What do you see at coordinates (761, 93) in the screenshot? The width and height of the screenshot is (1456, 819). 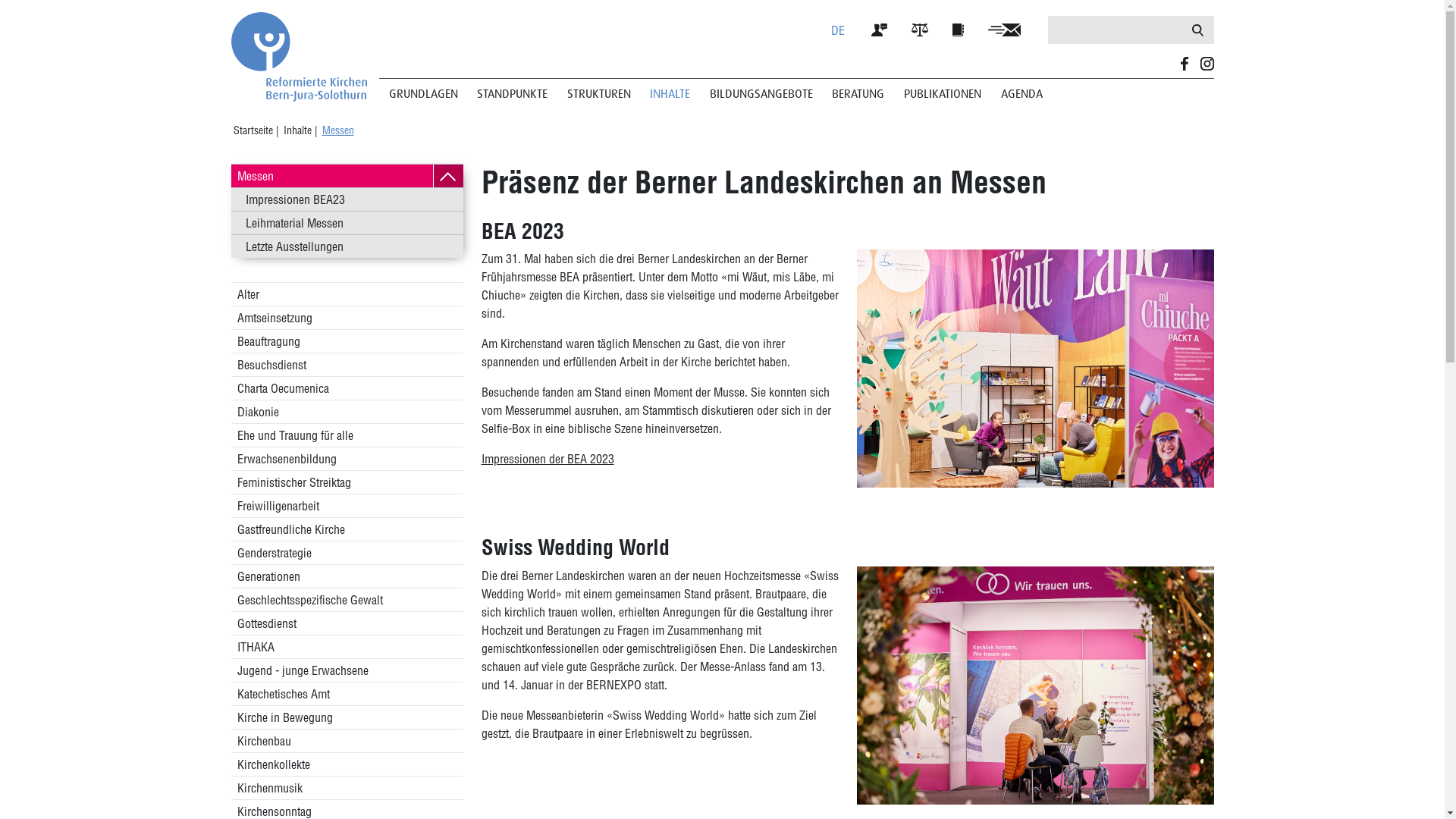 I see `'BILDUNGSANGEBOTE'` at bounding box center [761, 93].